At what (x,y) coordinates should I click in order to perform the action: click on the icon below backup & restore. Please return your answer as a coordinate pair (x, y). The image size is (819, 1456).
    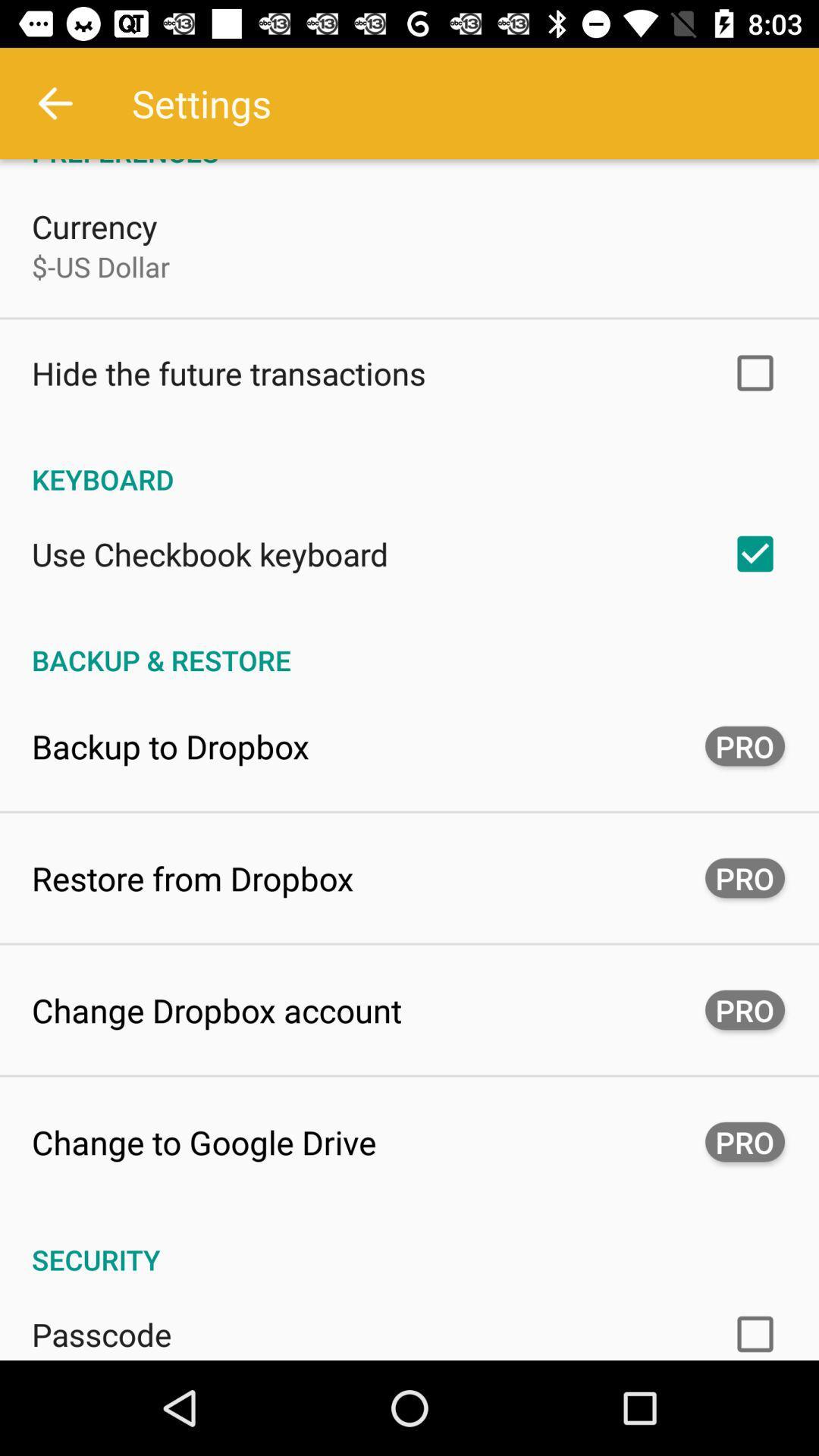
    Looking at the image, I should click on (170, 745).